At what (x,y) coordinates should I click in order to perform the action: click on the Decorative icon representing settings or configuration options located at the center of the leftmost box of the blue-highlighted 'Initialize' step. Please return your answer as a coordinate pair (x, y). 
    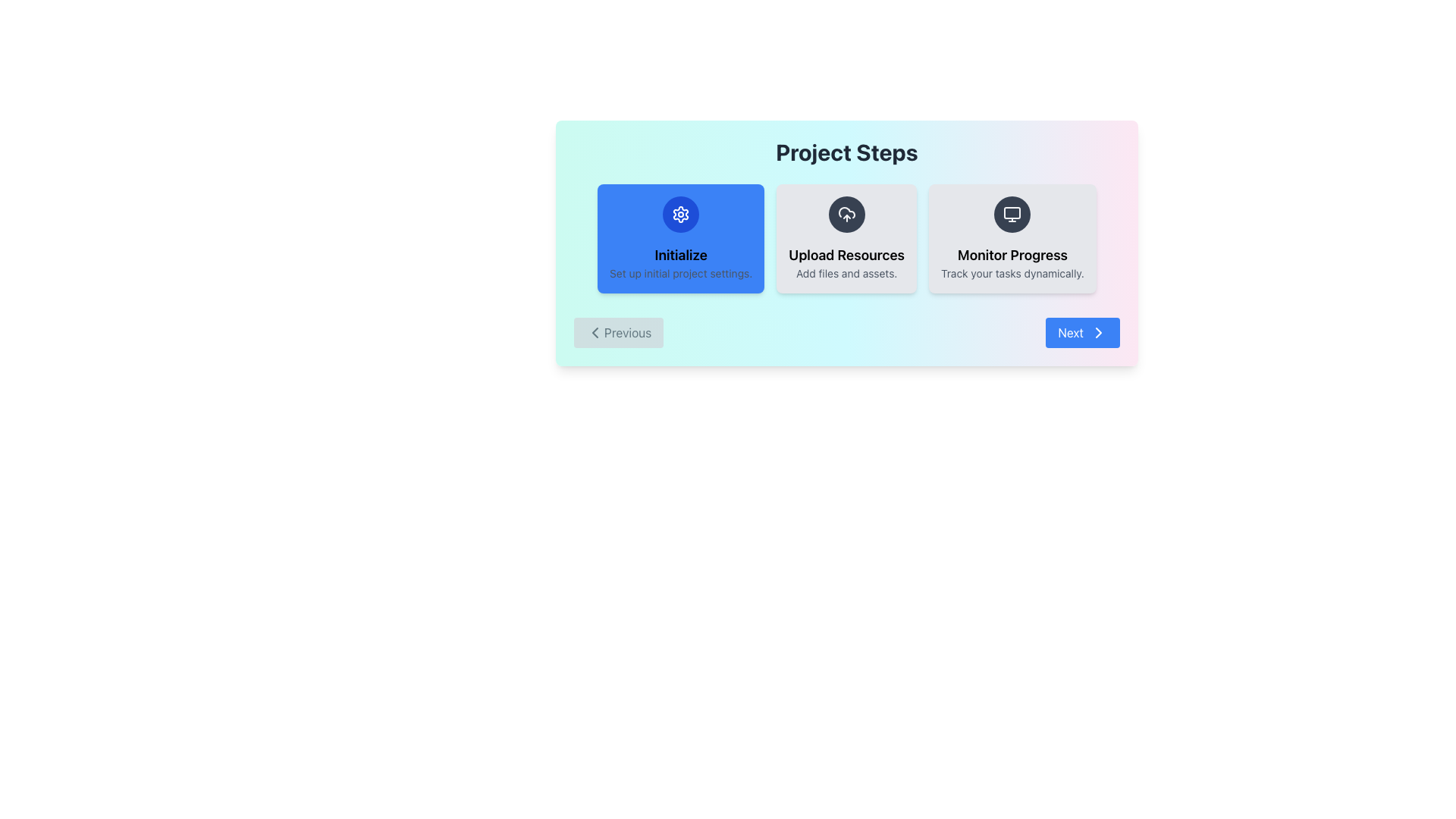
    Looking at the image, I should click on (680, 214).